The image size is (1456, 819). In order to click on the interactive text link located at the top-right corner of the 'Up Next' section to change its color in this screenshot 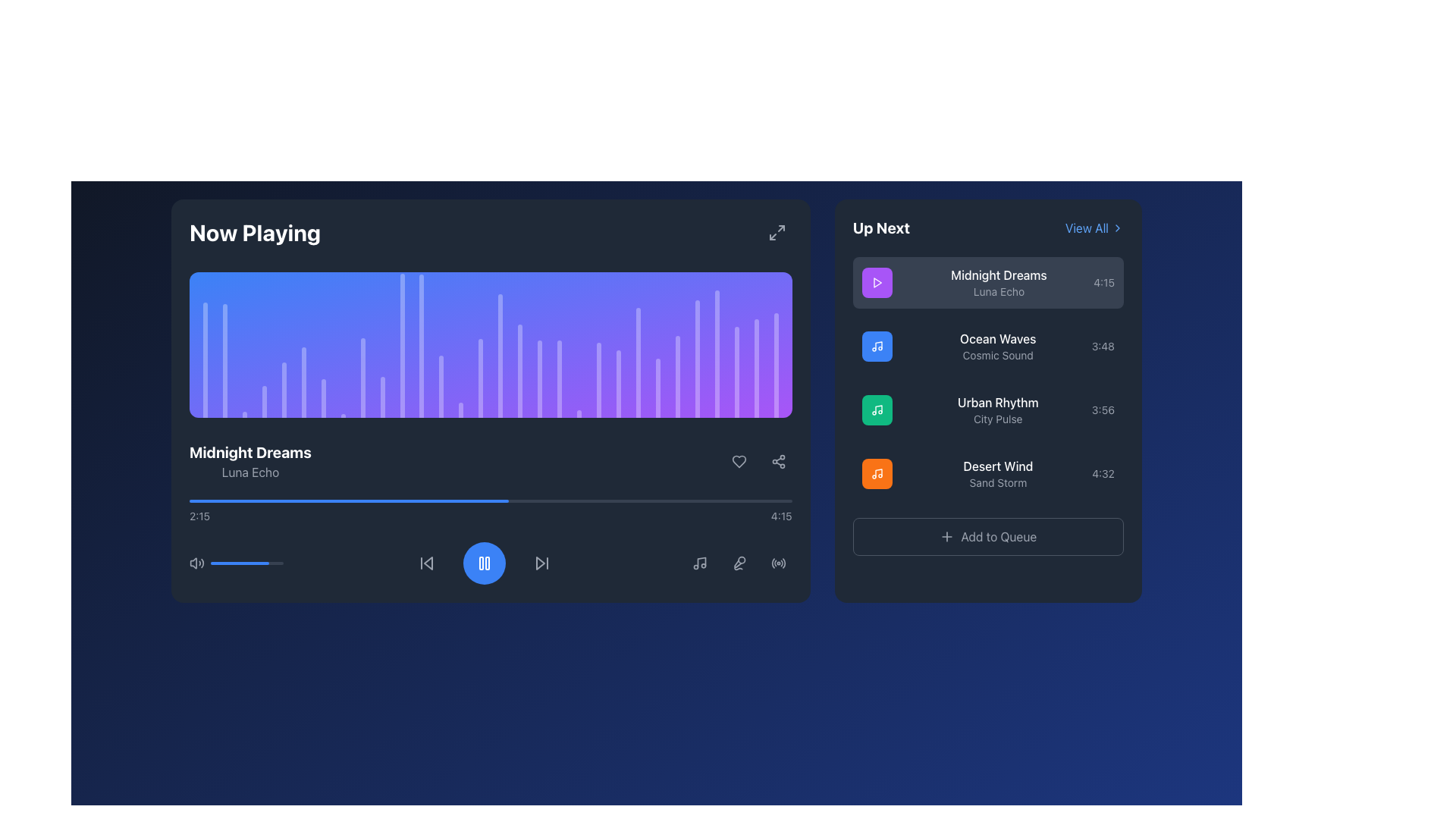, I will do `click(1094, 227)`.